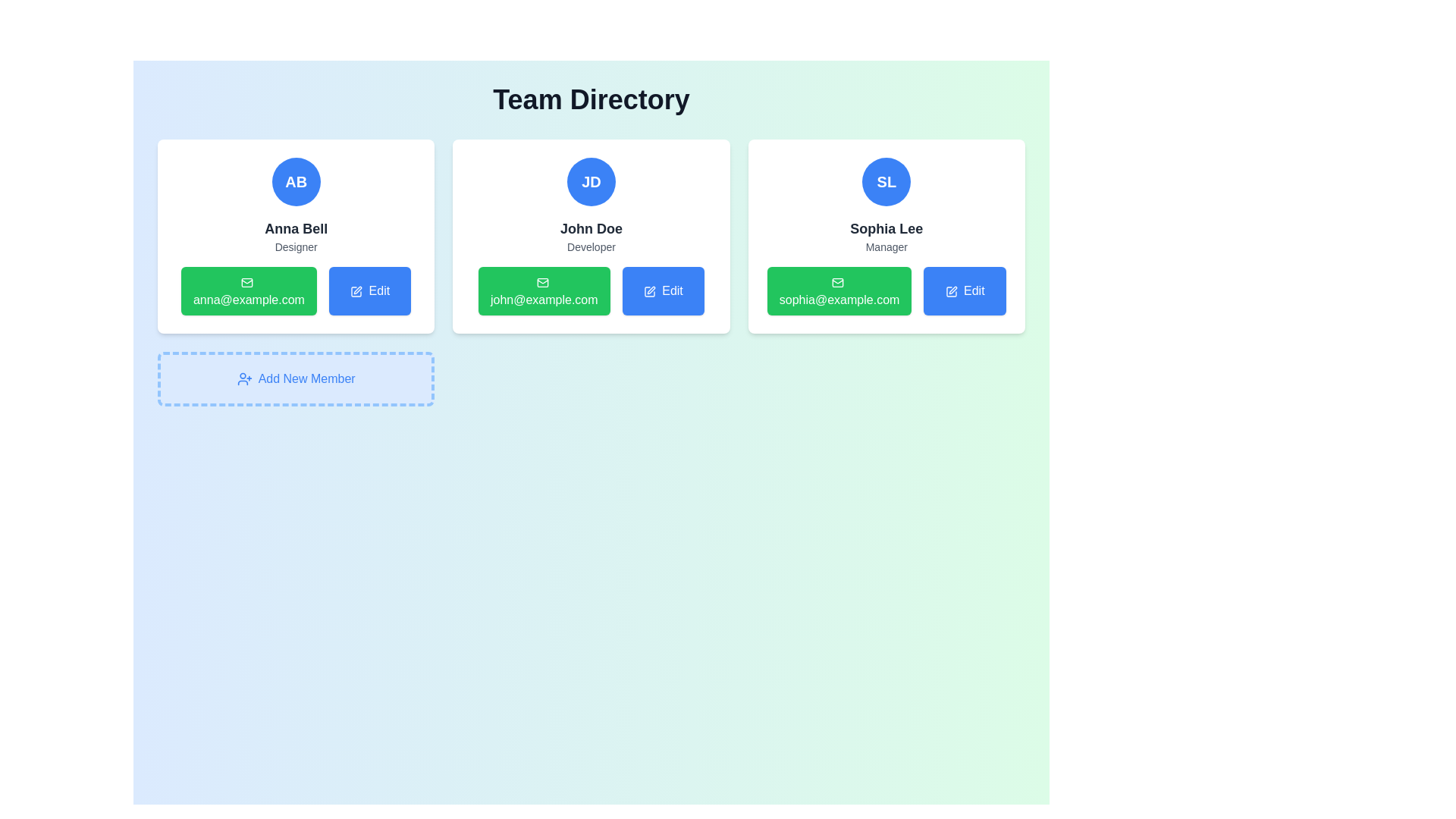  Describe the element at coordinates (886, 237) in the screenshot. I see `user's name and designation displayed in the text element located in the center of the third card in the rightmost column of the user profile grid` at that location.